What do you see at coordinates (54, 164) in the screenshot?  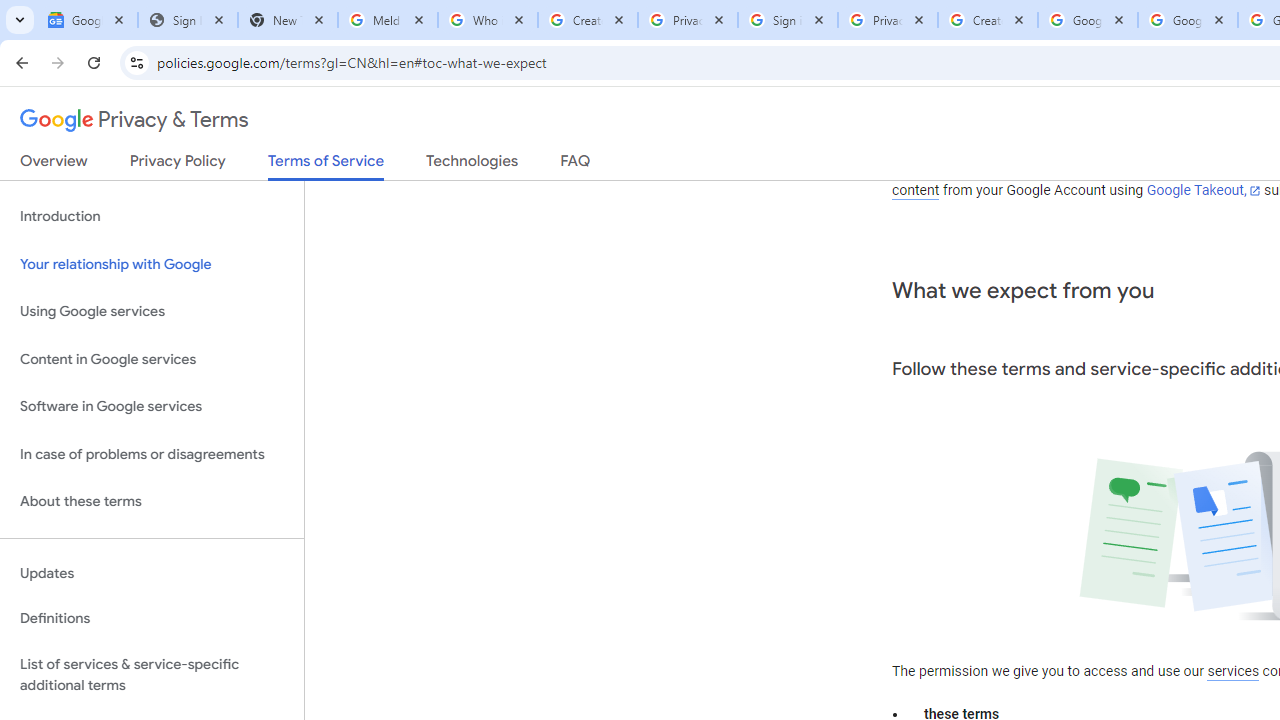 I see `'Overview'` at bounding box center [54, 164].